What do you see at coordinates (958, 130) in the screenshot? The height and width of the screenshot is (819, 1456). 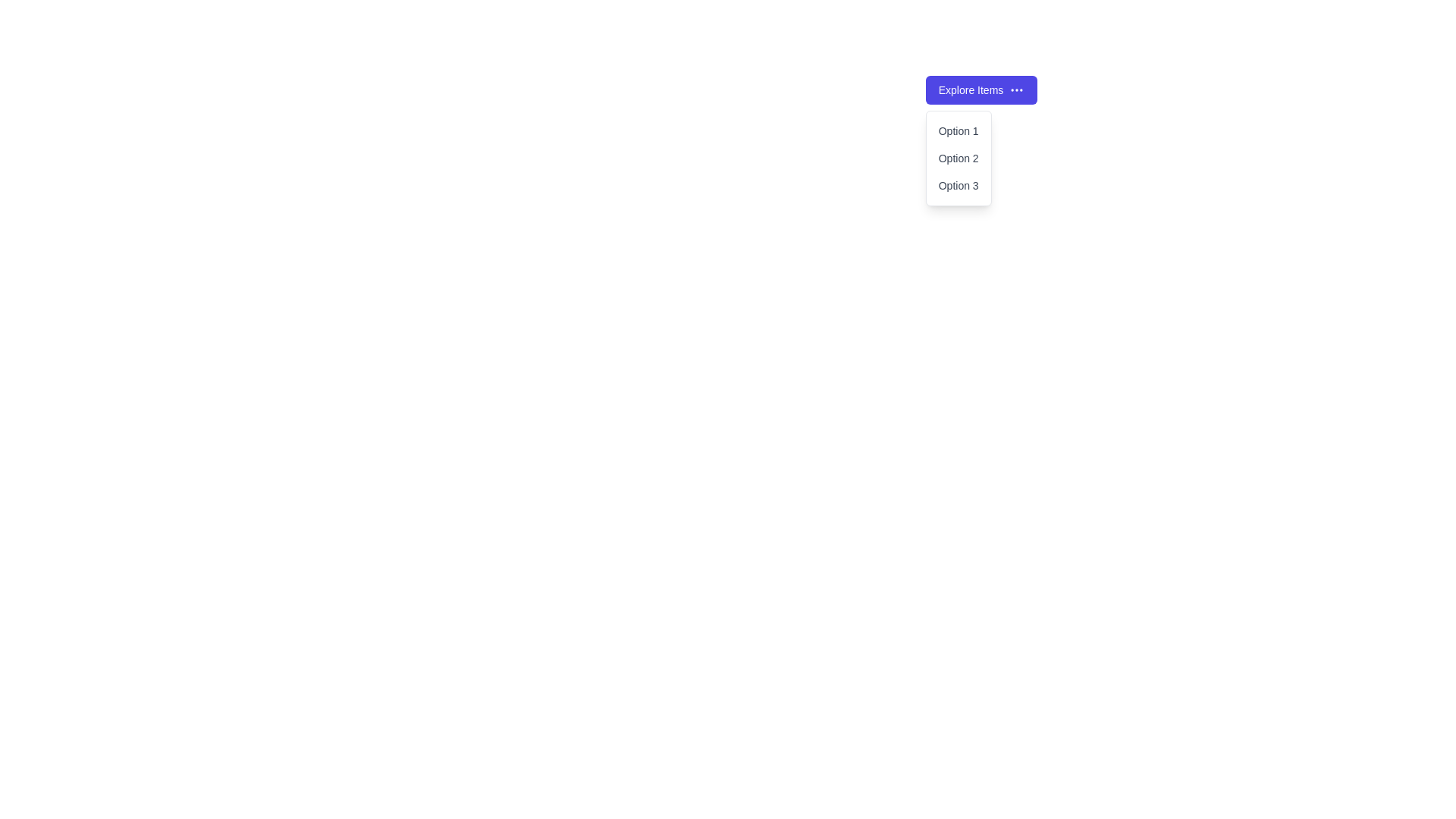 I see `the option Option 1 in the dropdown to preview its content` at bounding box center [958, 130].